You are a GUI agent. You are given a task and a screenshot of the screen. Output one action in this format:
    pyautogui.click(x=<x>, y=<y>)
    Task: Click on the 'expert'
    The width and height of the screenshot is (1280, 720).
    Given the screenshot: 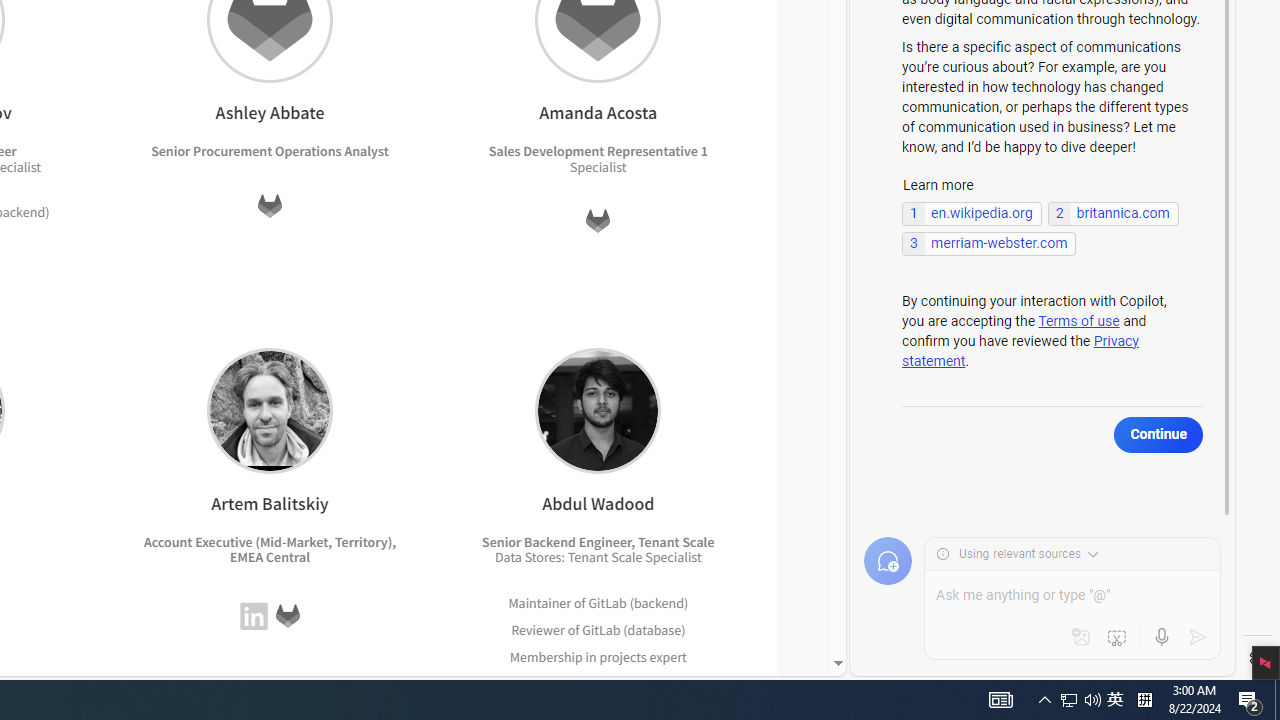 What is the action you would take?
    pyautogui.click(x=664, y=682)
    